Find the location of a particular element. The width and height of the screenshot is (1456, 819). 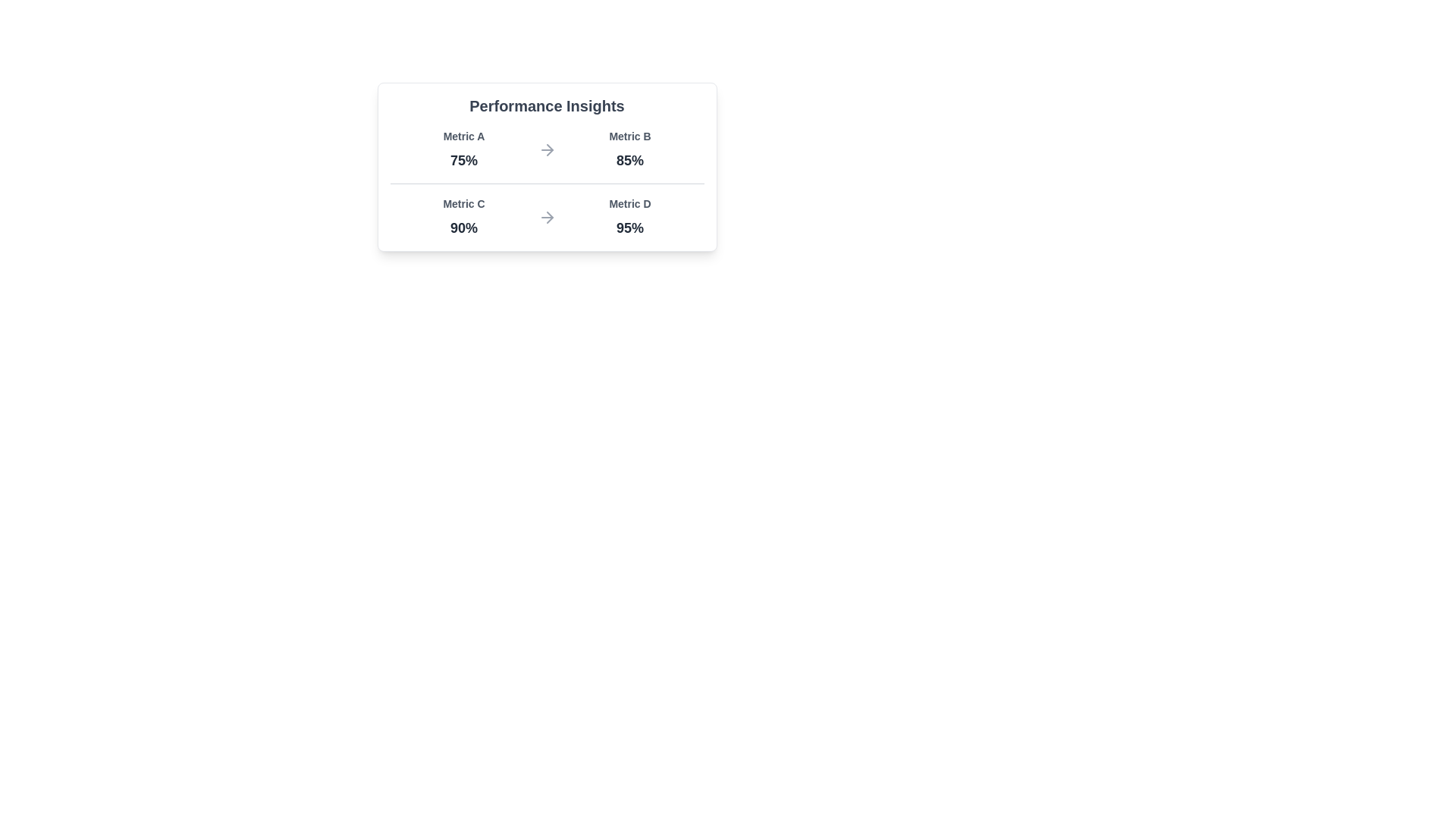

the text label indicating the performance metric value for 'Metric D', which shows '95%' and is located in the second row, rightmost in the row under 'Metric D' is located at coordinates (629, 227).